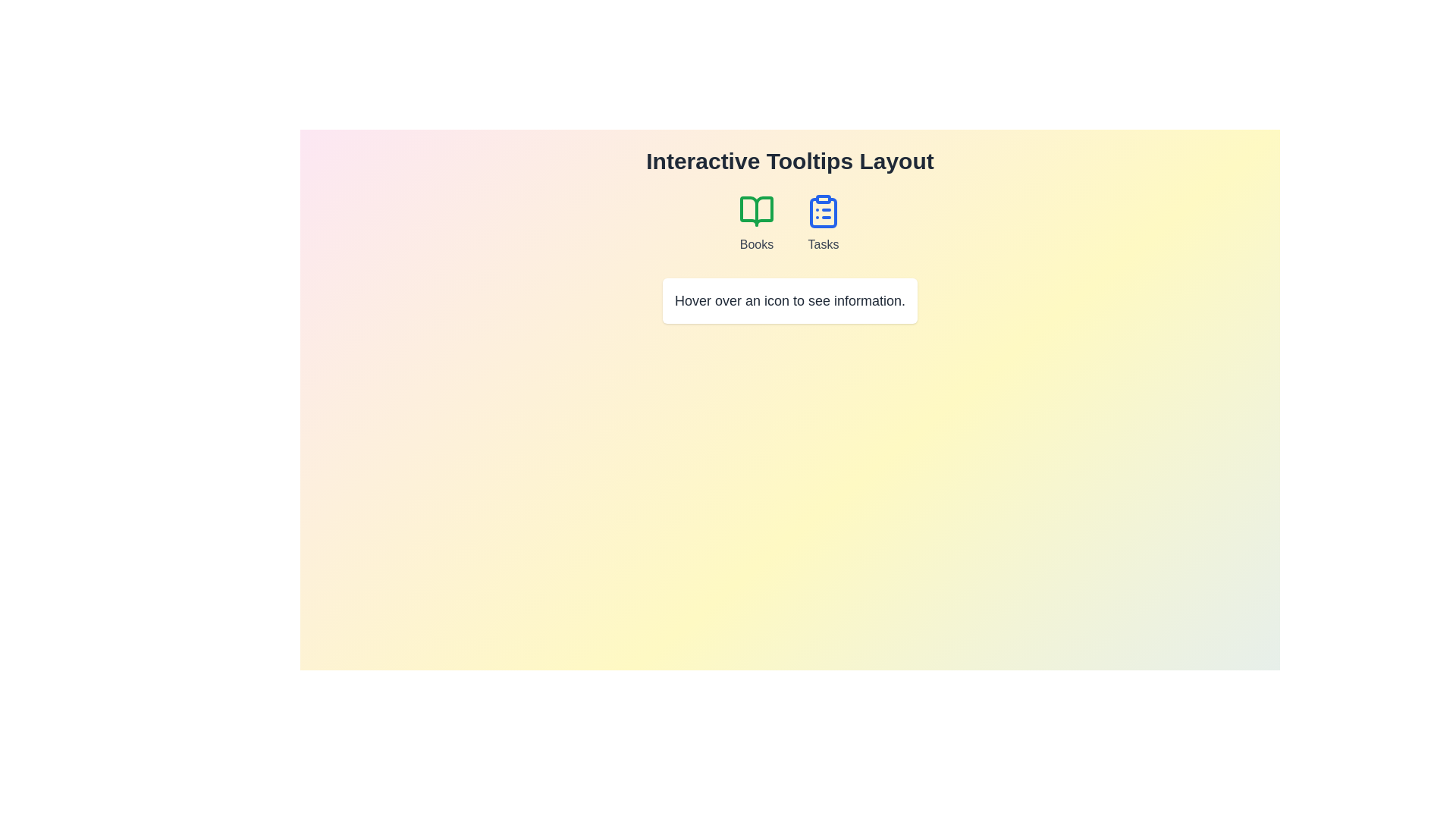 Image resolution: width=1456 pixels, height=819 pixels. I want to click on the 'Tasks' icon located in the upper center of the interface, so click(822, 211).